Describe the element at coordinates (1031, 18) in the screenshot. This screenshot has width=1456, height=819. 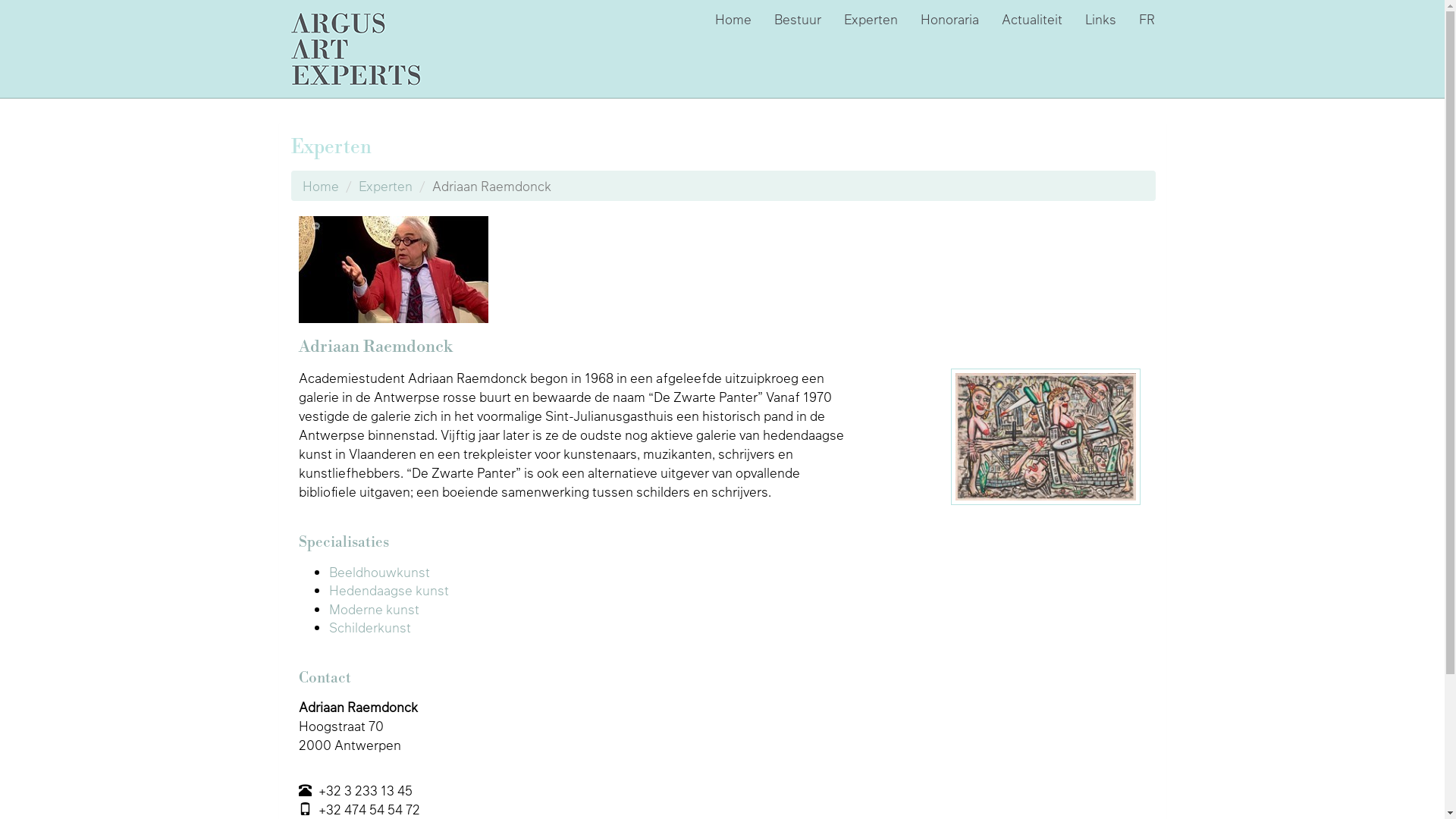
I see `'Actualiteit'` at that location.